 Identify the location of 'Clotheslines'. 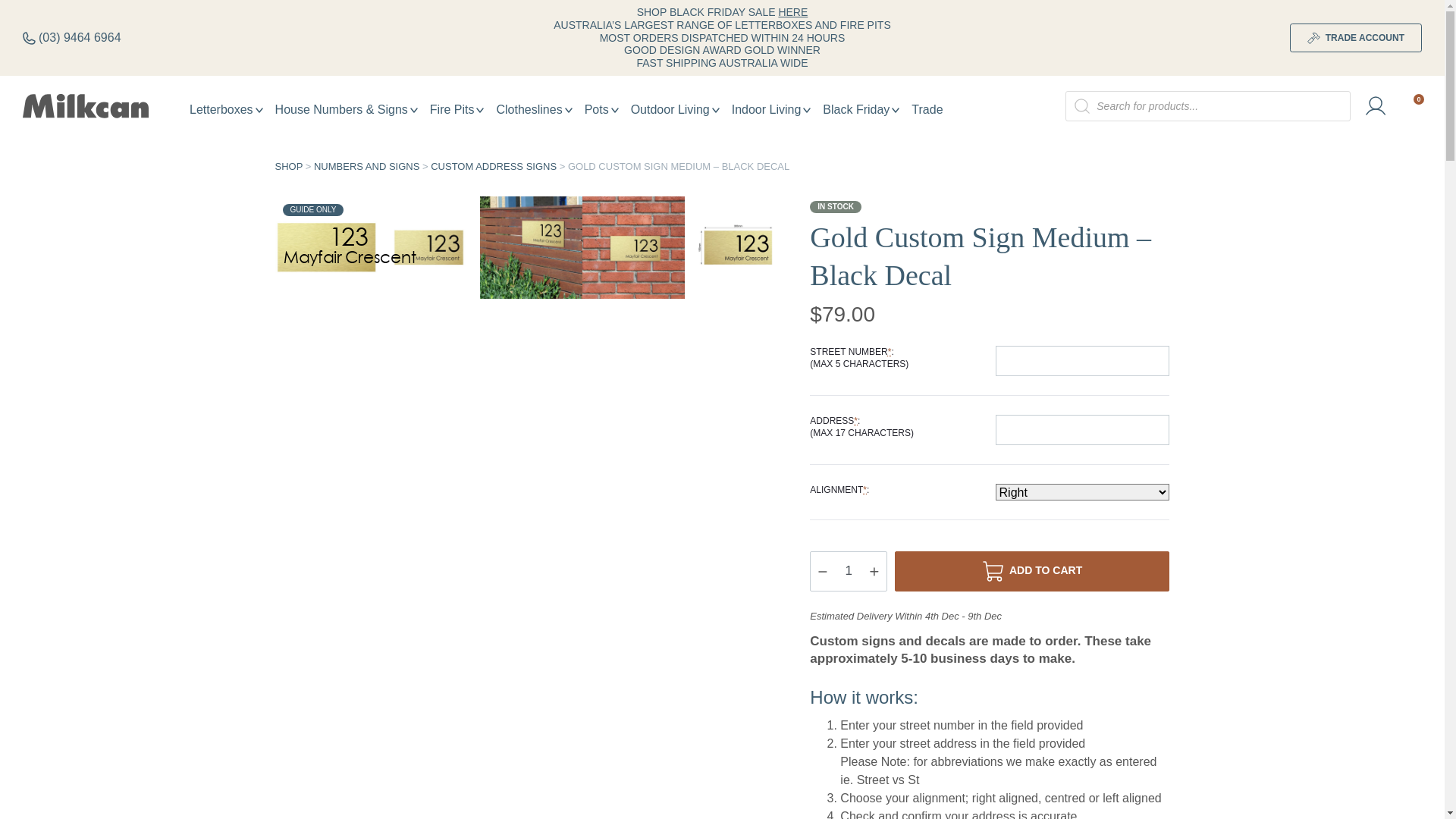
(534, 108).